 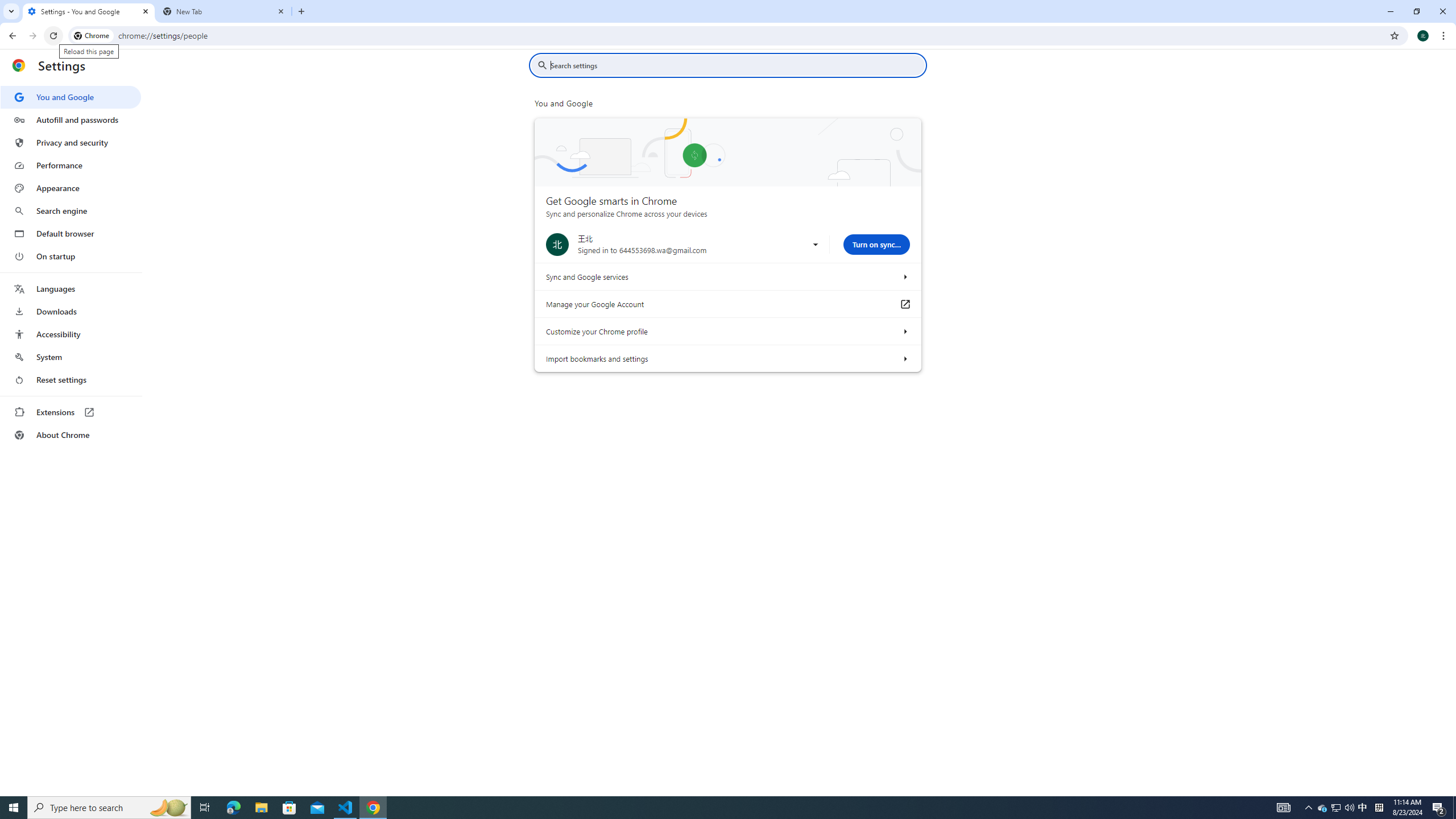 I want to click on 'AutomationID: menu', so click(x=71, y=266).